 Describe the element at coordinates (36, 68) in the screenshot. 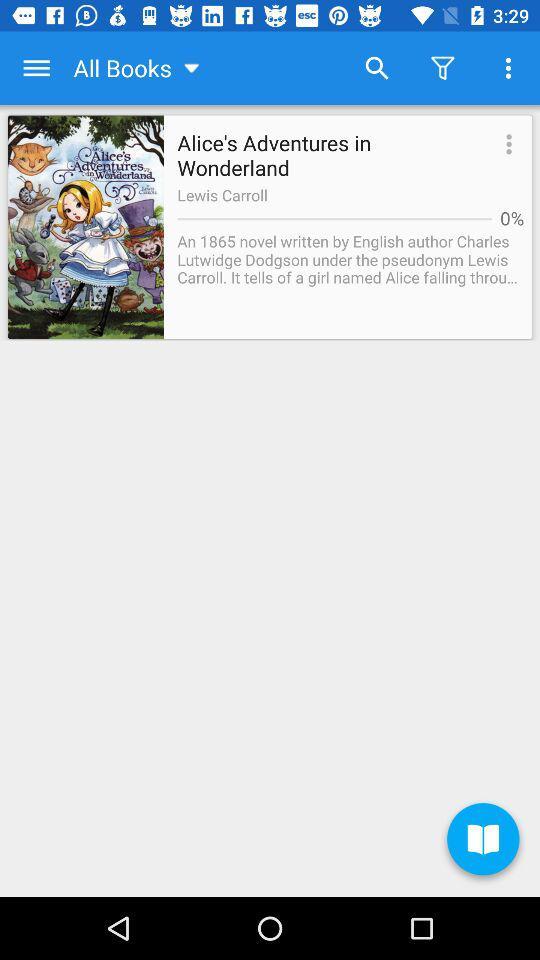

I see `item next to the all books` at that location.